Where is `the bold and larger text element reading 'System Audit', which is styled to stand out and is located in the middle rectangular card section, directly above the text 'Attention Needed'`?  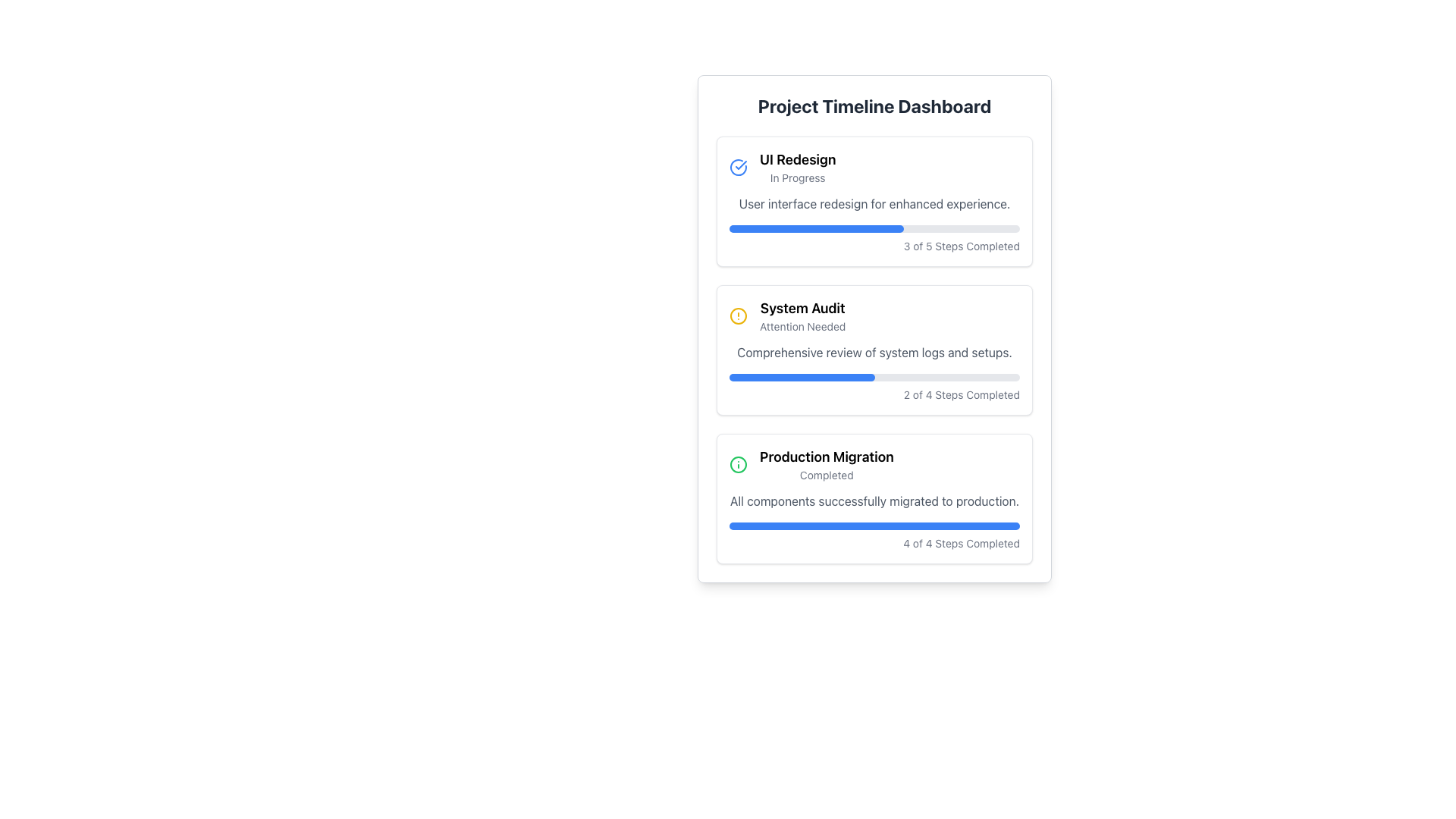 the bold and larger text element reading 'System Audit', which is styled to stand out and is located in the middle rectangular card section, directly above the text 'Attention Needed' is located at coordinates (802, 308).